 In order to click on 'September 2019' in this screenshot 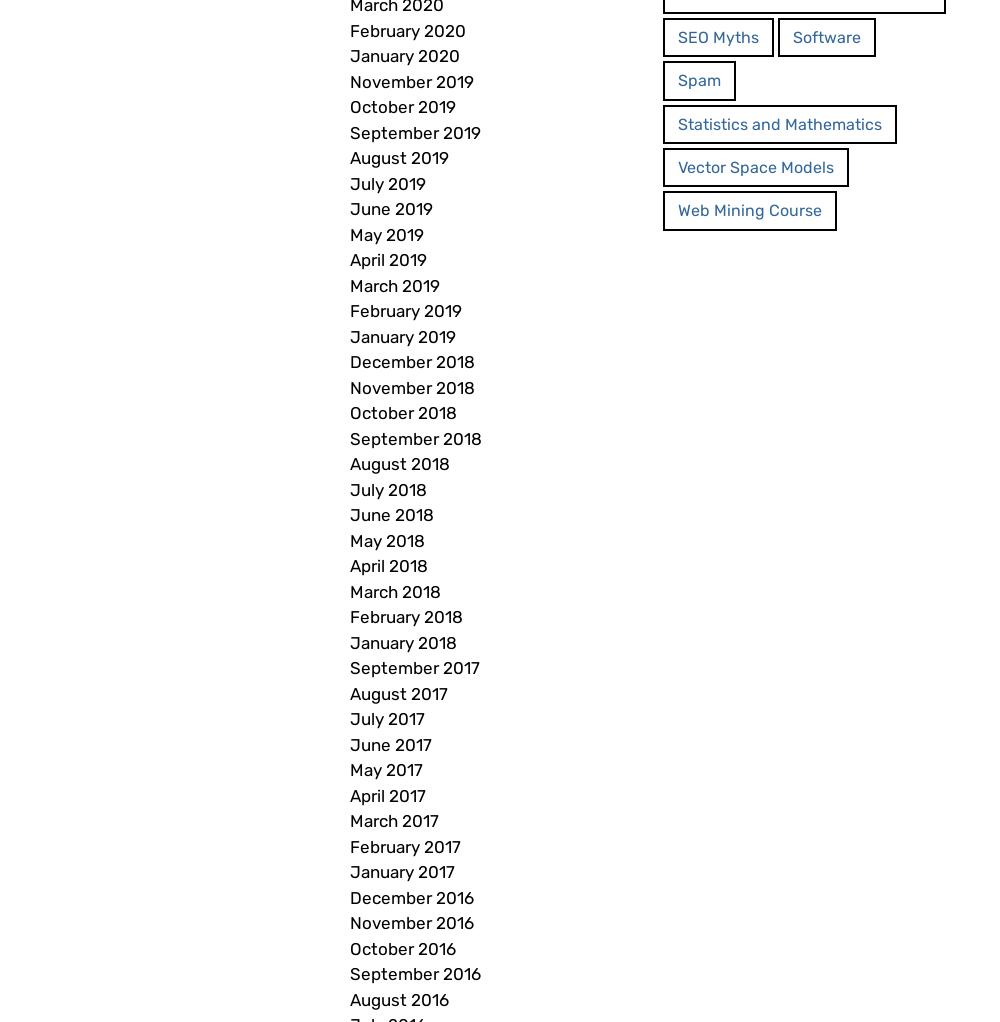, I will do `click(349, 132)`.